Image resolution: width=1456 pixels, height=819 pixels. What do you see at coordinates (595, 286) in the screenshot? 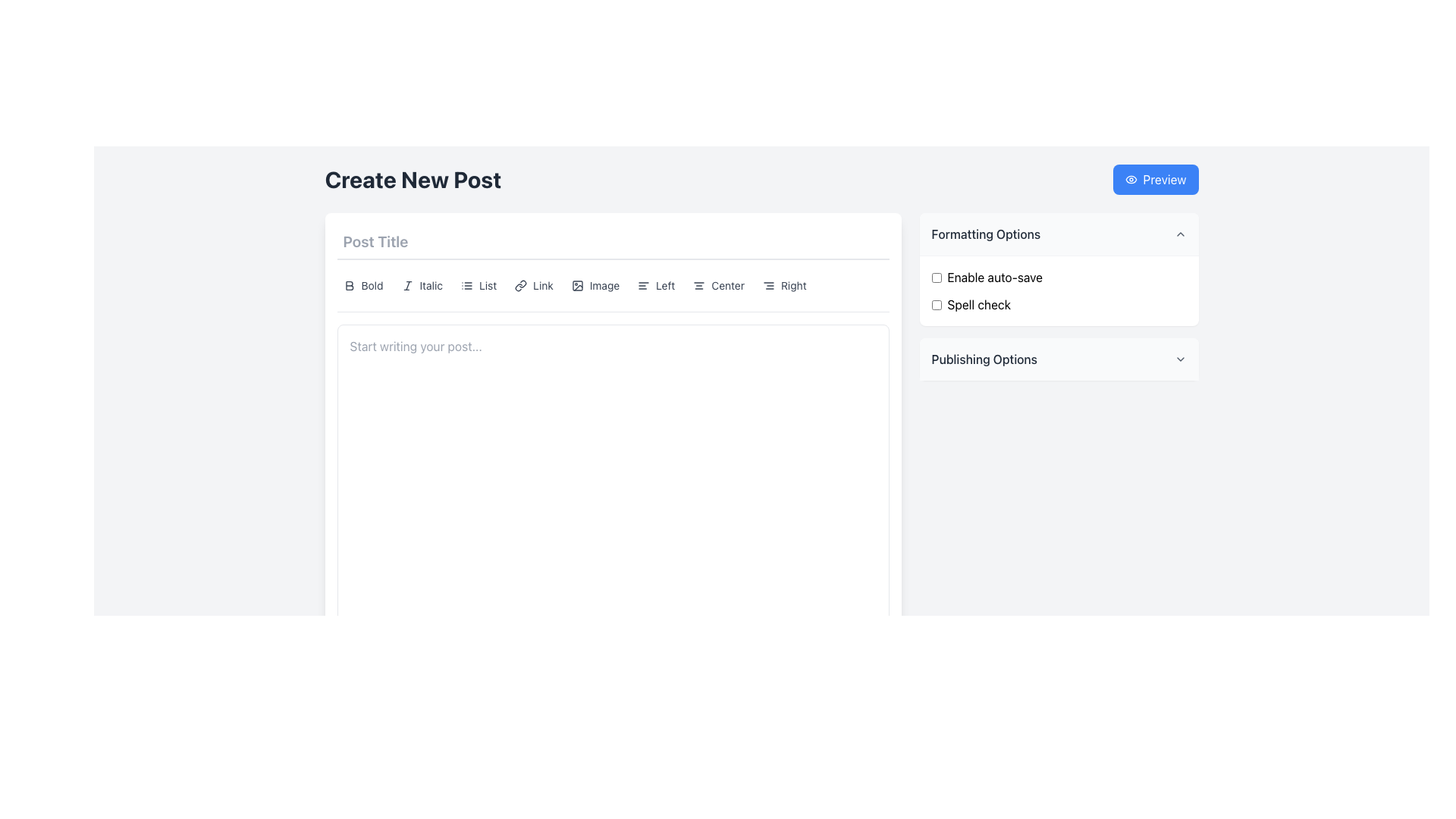
I see `the interactive button labeled 'Image'` at bounding box center [595, 286].